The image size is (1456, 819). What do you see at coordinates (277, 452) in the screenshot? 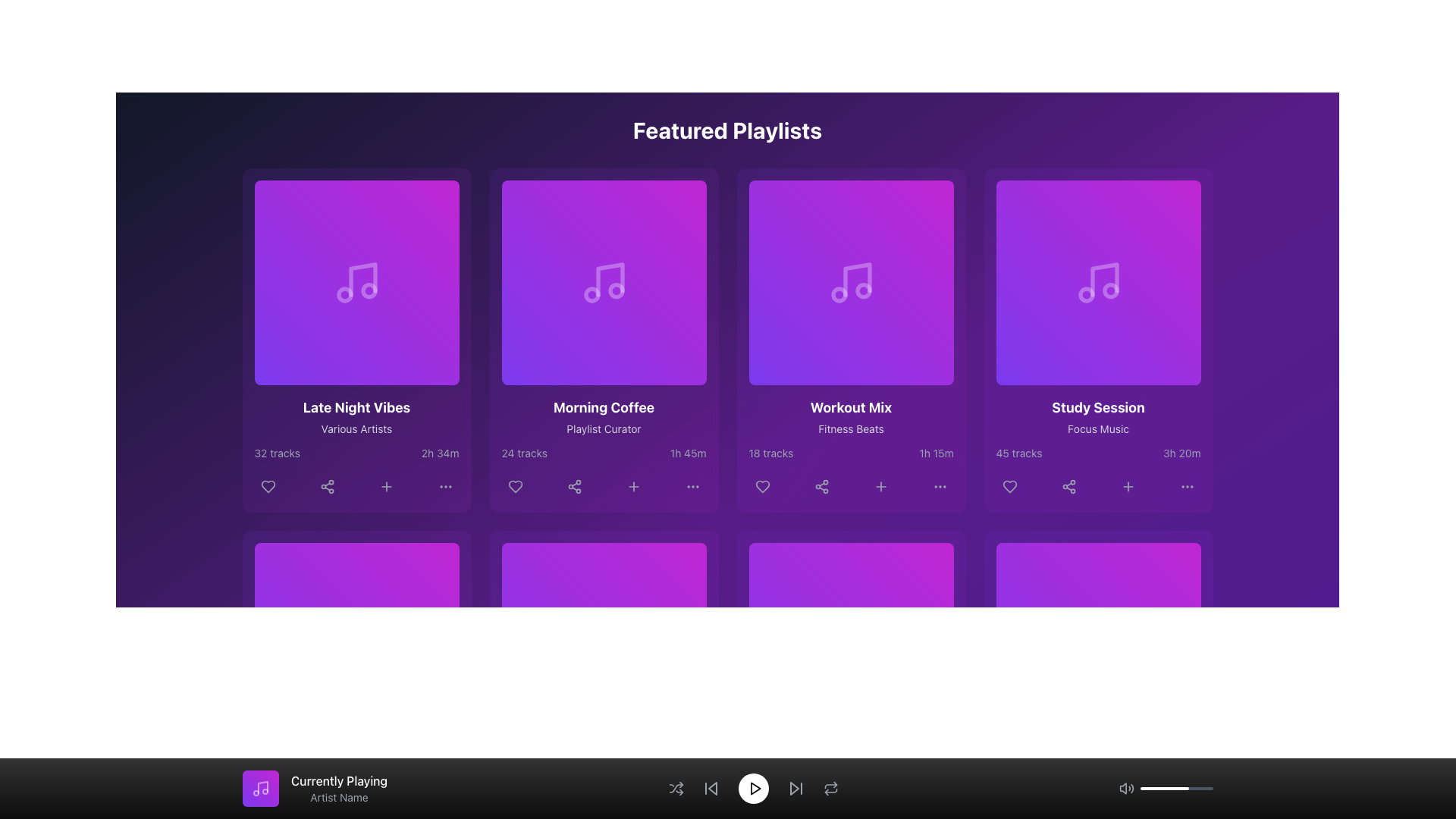
I see `the text label indicating the number of tracks in the playlist 'Late Night Vibes', located below the title and artist information, and to the left of the duration label ('2h 34m')` at bounding box center [277, 452].